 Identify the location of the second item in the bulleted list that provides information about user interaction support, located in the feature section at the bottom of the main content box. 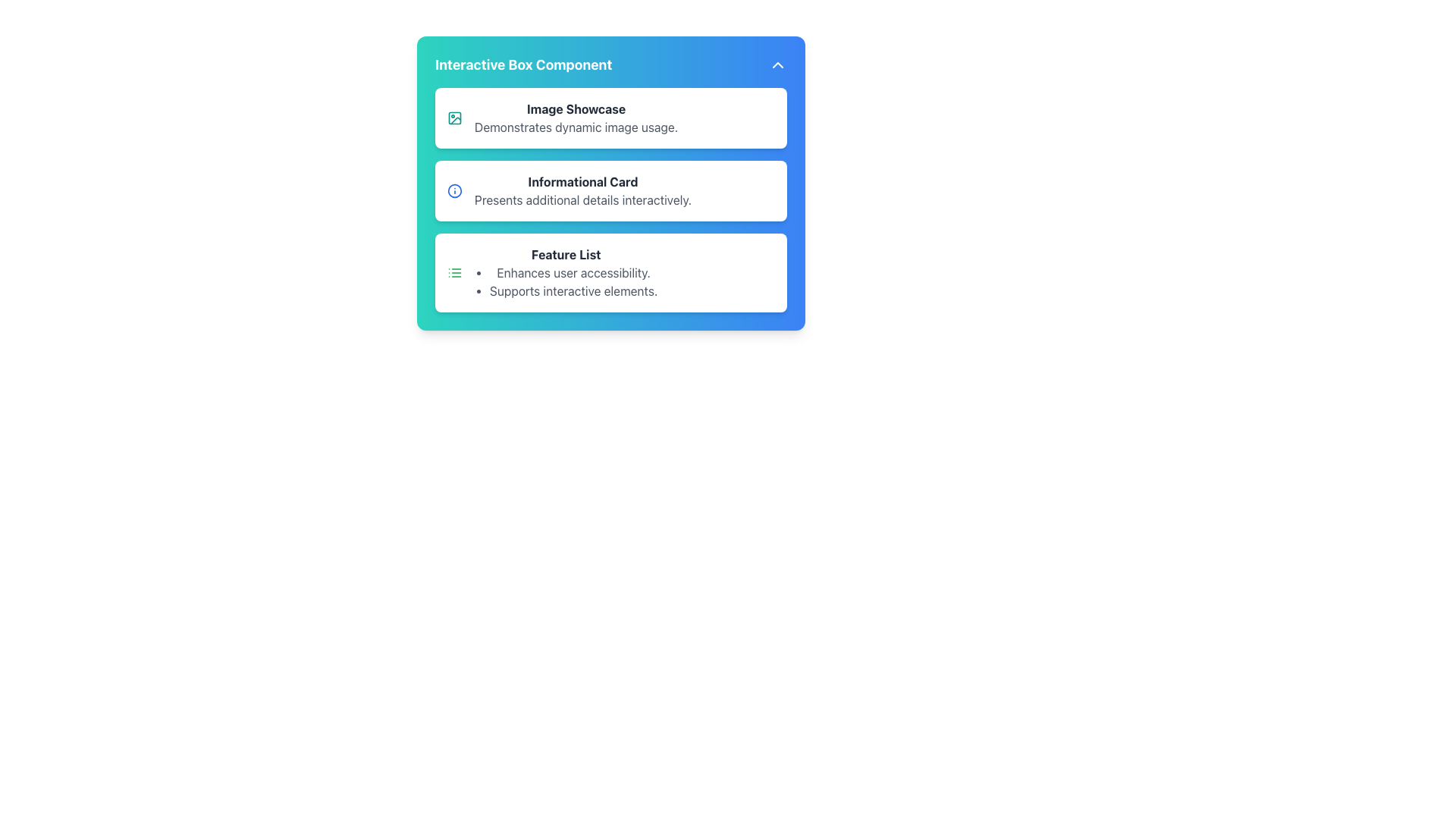
(573, 291).